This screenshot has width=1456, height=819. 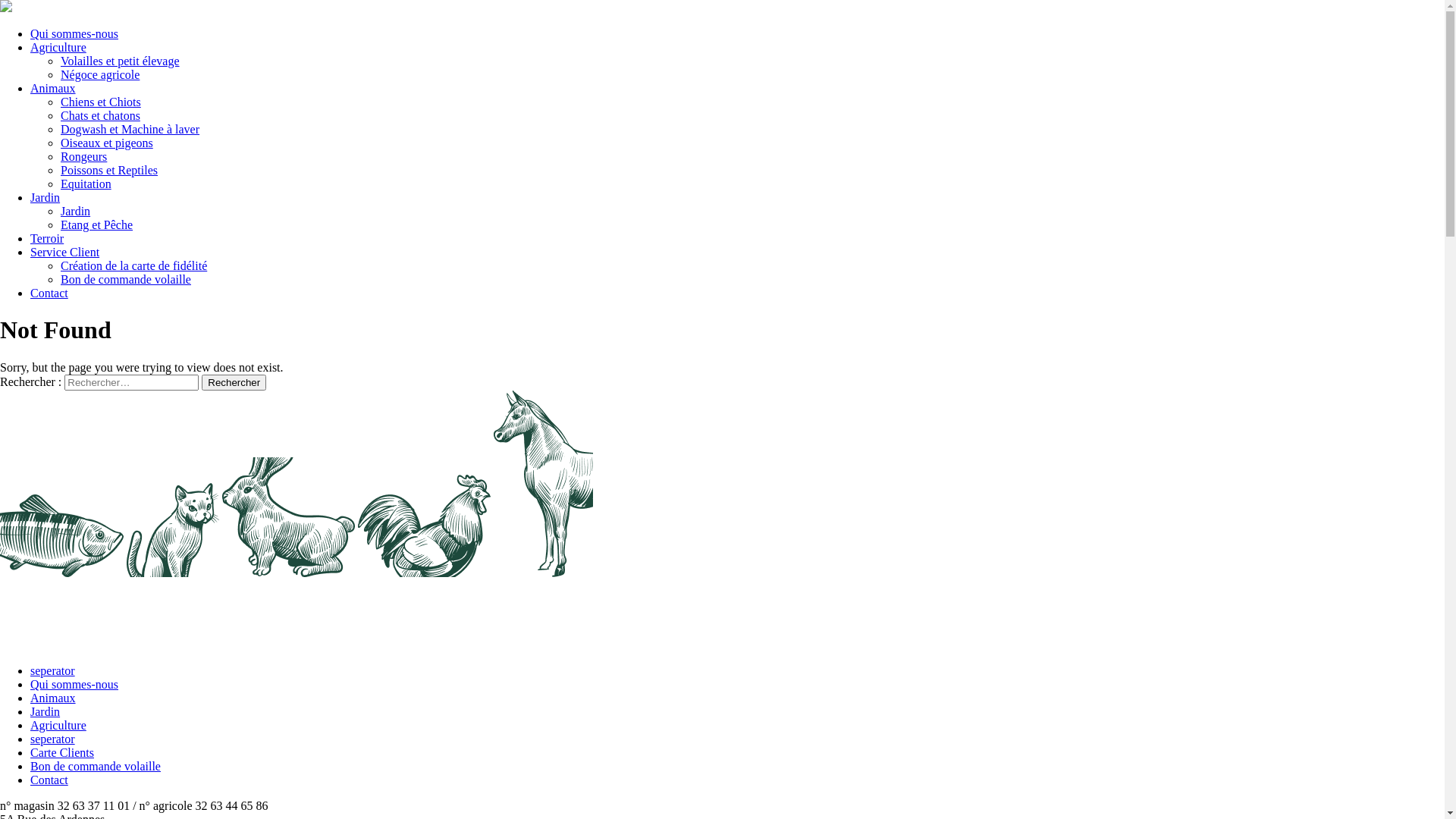 I want to click on 'Carte Clients', so click(x=61, y=752).